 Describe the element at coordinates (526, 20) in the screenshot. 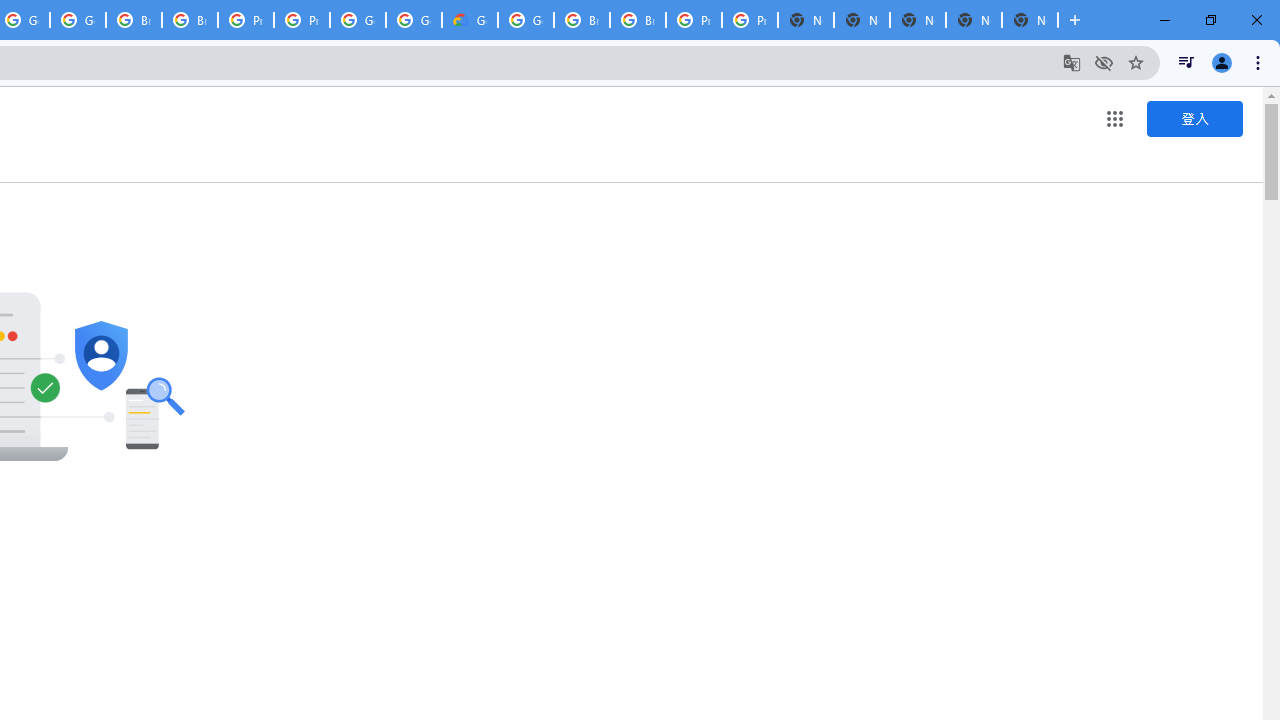

I see `'Google Cloud Platform'` at that location.